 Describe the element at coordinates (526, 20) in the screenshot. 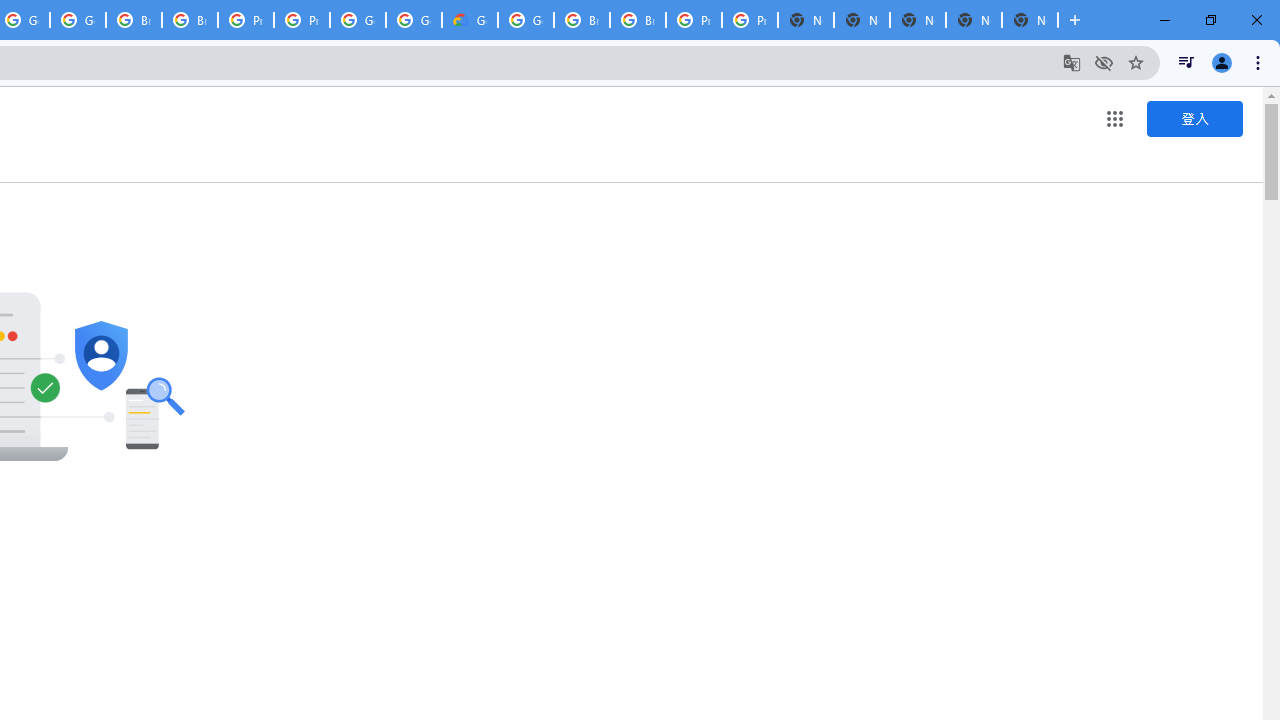

I see `'Google Cloud Platform'` at that location.